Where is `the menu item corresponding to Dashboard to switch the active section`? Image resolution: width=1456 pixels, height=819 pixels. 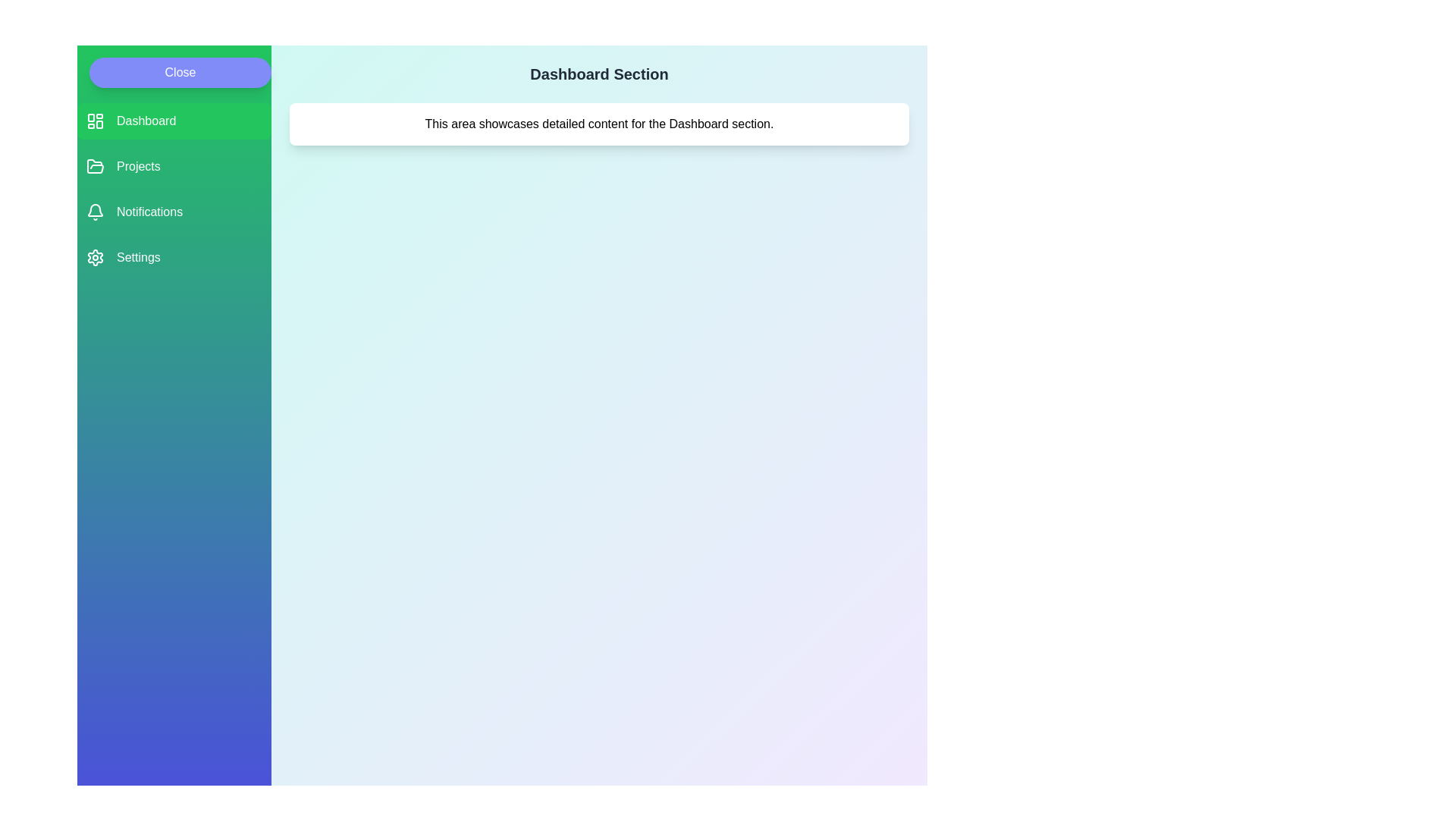 the menu item corresponding to Dashboard to switch the active section is located at coordinates (174, 120).